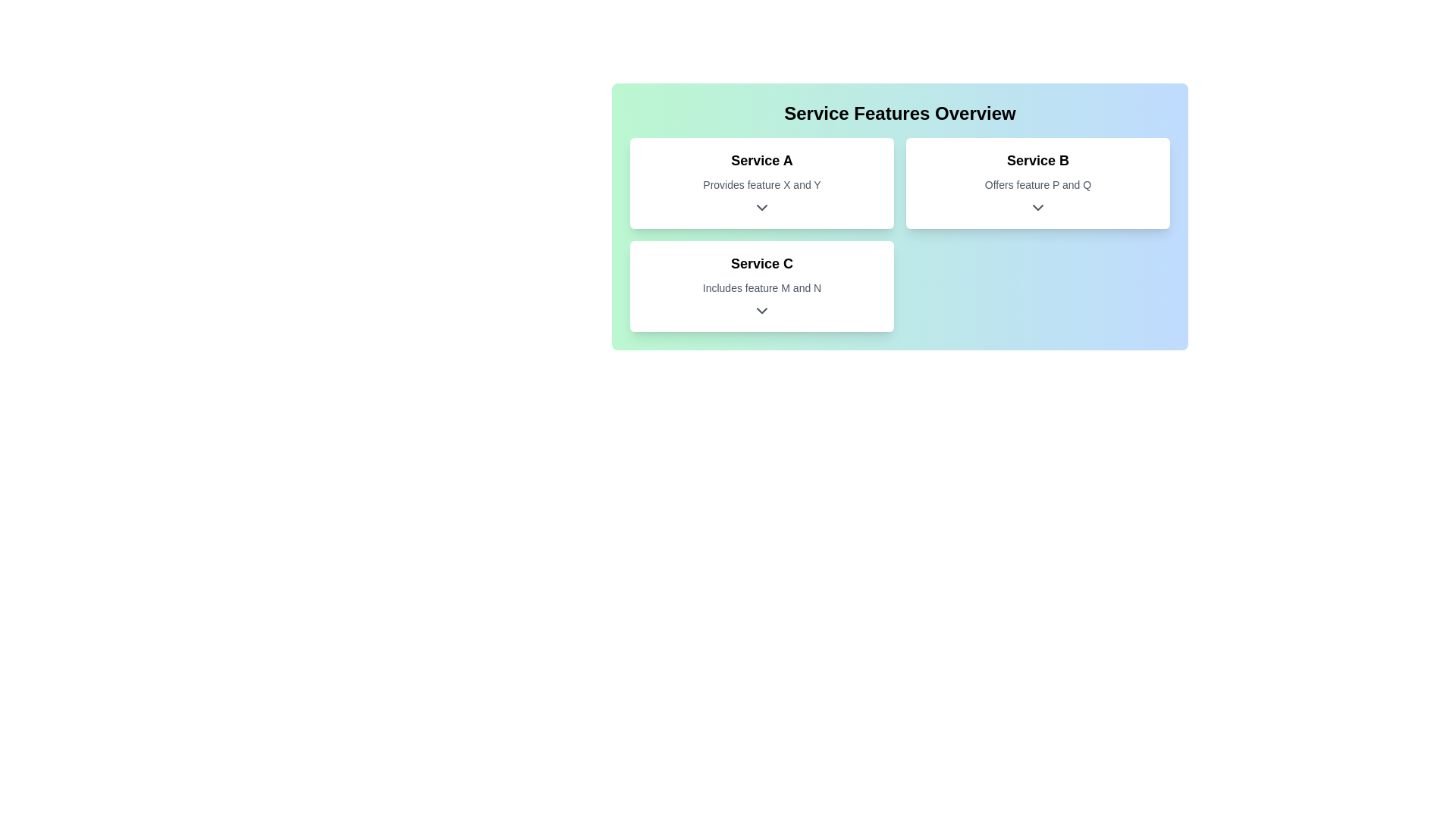 The image size is (1456, 819). I want to click on the downward-pointing chevron icon located beneath the text 'Provides feature X and Y' in the 'Service A' block, so click(761, 207).